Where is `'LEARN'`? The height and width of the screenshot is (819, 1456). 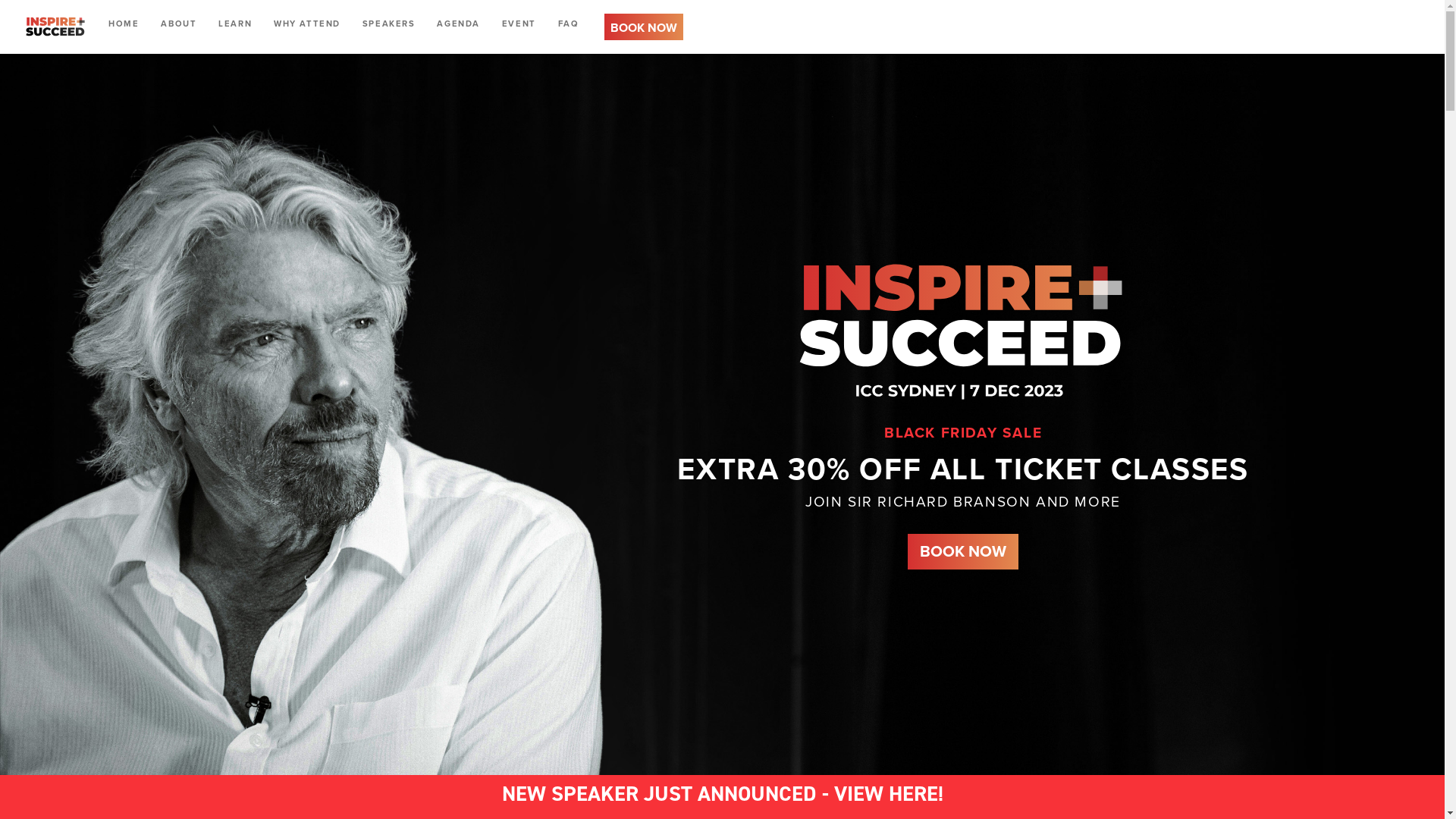
'LEARN' is located at coordinates (211, 23).